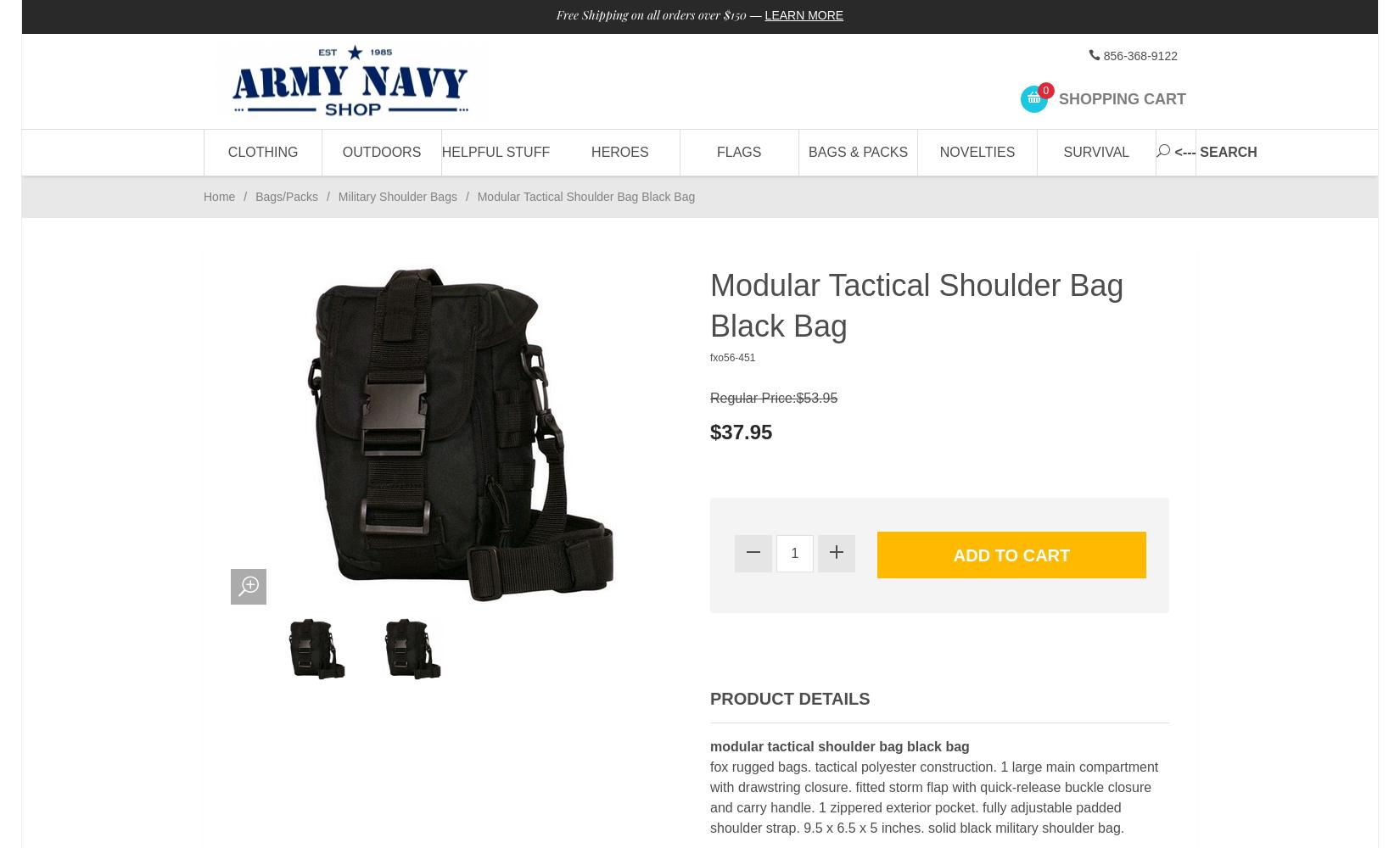  What do you see at coordinates (809, 152) in the screenshot?
I see `'Bags & Packs'` at bounding box center [809, 152].